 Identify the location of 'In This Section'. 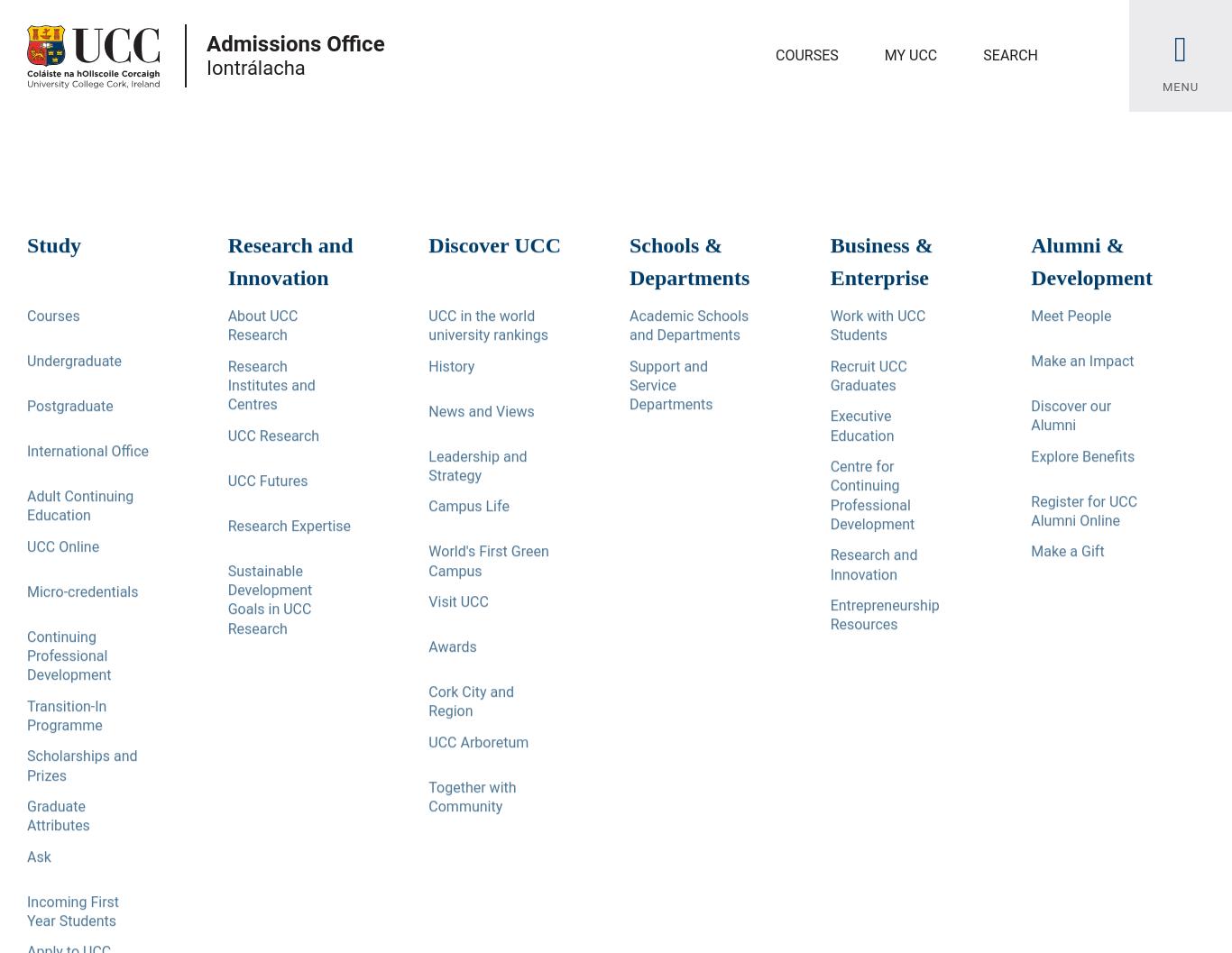
(27, 316).